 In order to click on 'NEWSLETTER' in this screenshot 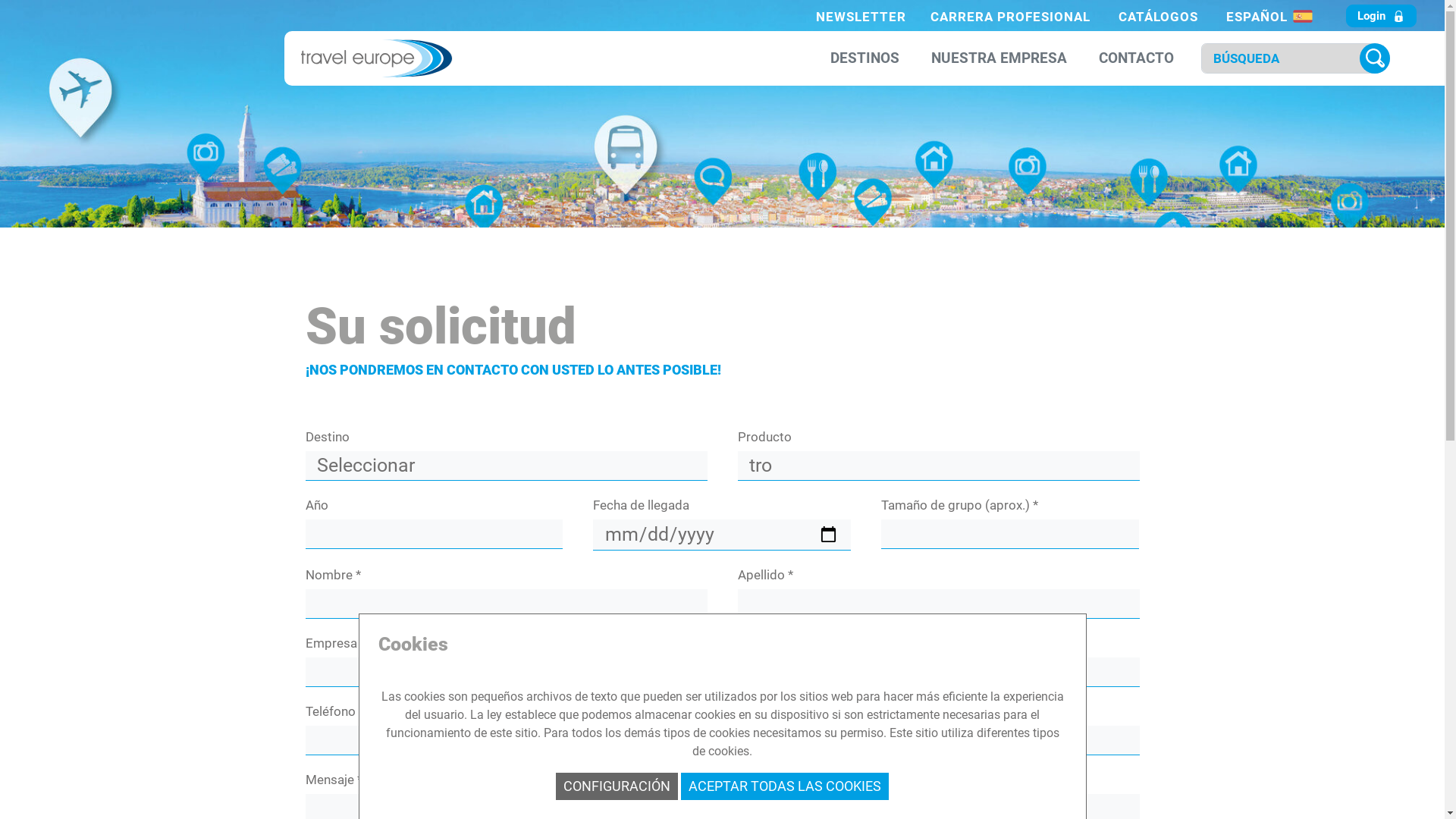, I will do `click(861, 17)`.